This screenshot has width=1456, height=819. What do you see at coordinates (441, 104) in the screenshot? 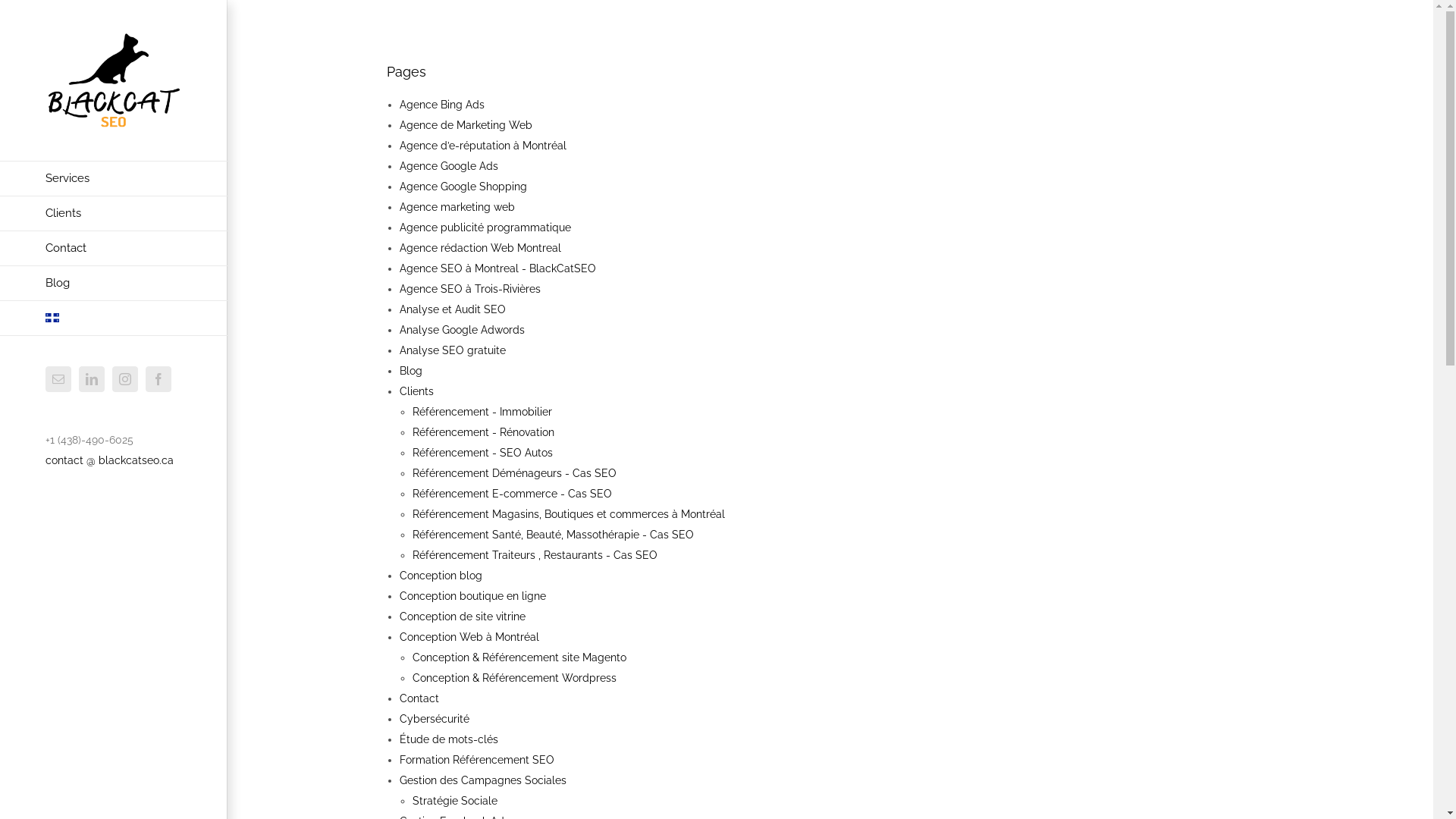
I see `'Agence Bing Ads'` at bounding box center [441, 104].